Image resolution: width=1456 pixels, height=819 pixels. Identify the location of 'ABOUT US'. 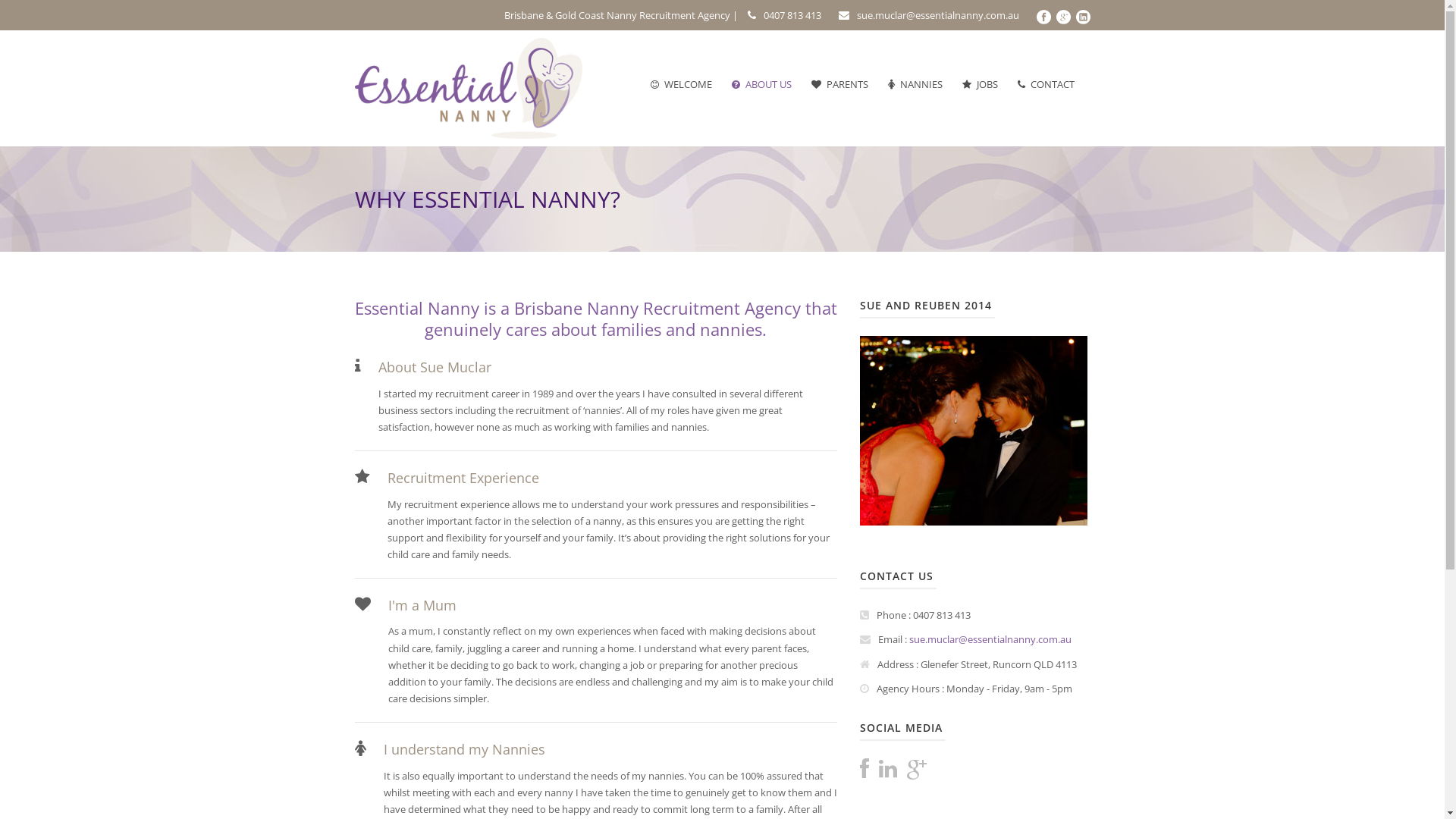
(761, 84).